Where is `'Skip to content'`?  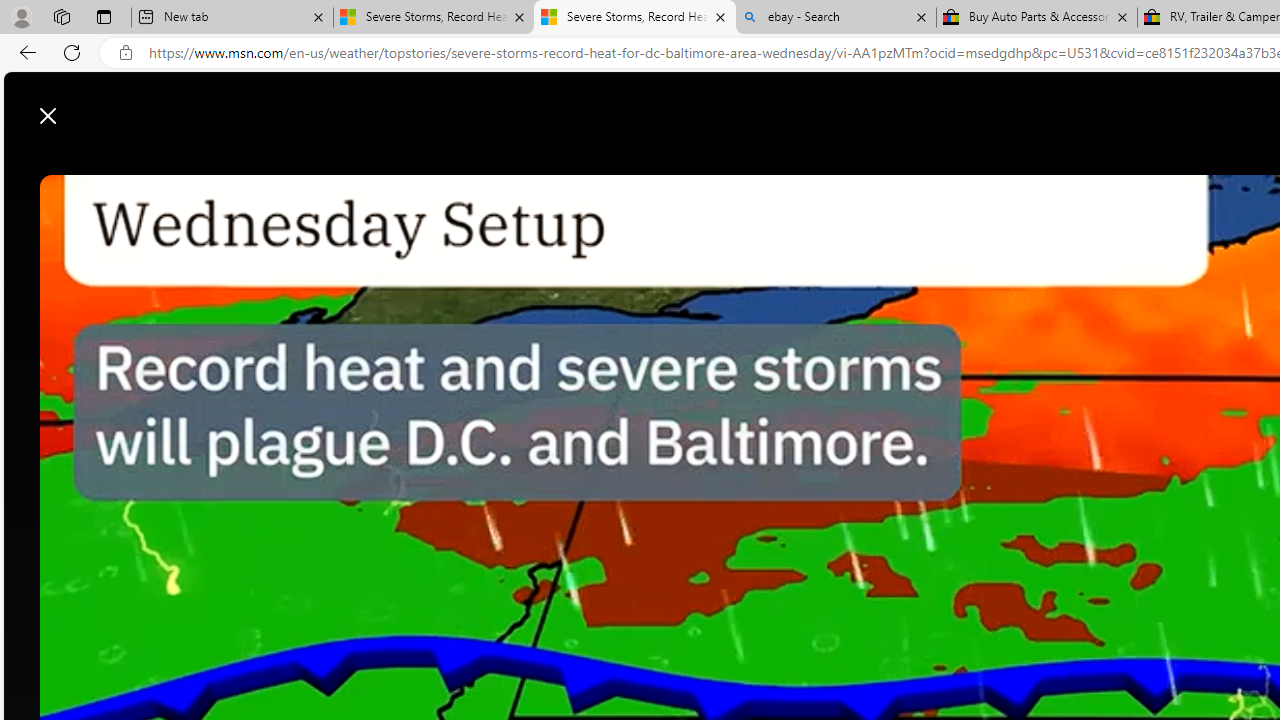
'Skip to content' is located at coordinates (86, 105).